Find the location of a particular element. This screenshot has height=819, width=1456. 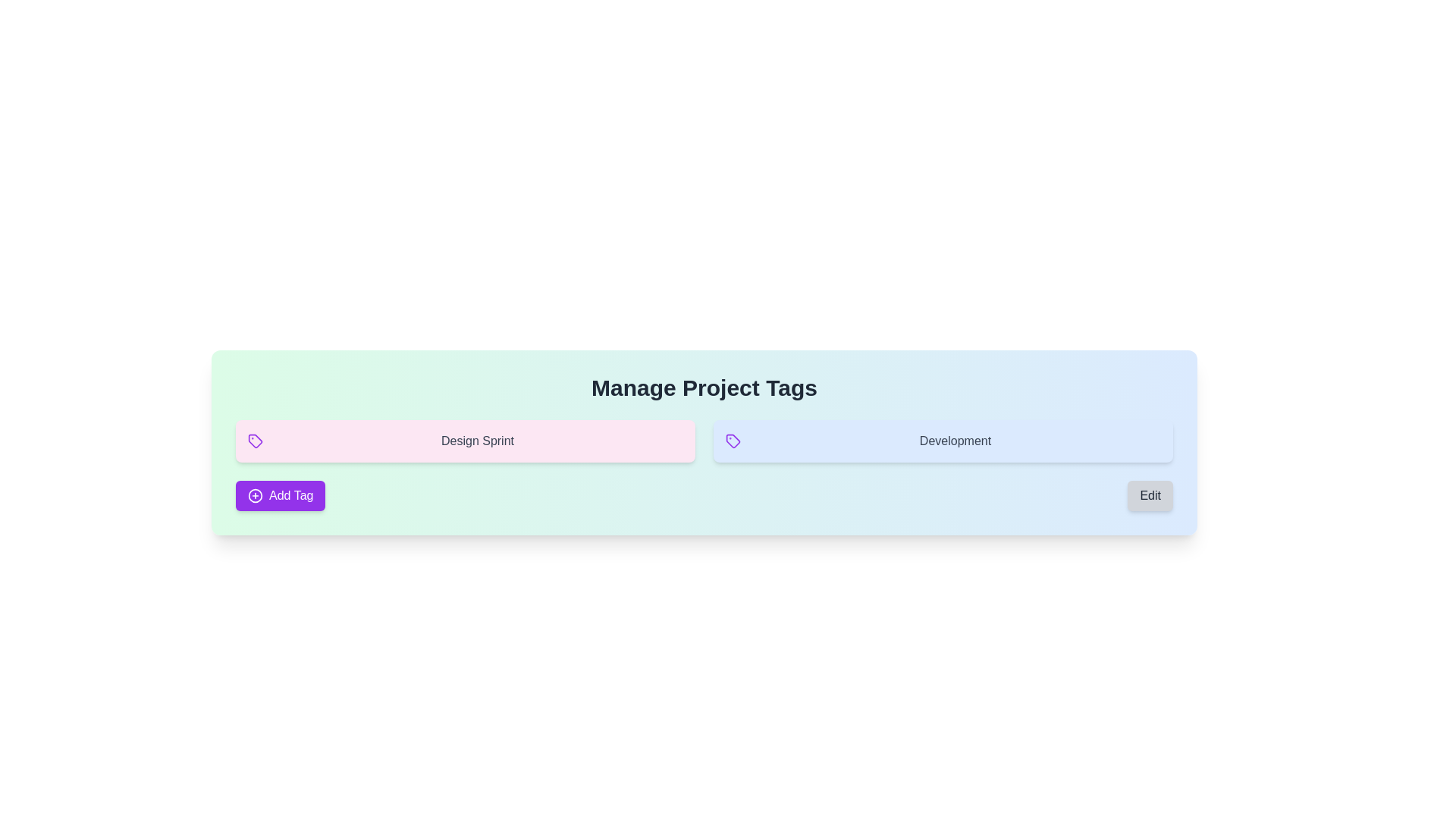

the circular icon element within the 'Add Tag' button is located at coordinates (255, 496).